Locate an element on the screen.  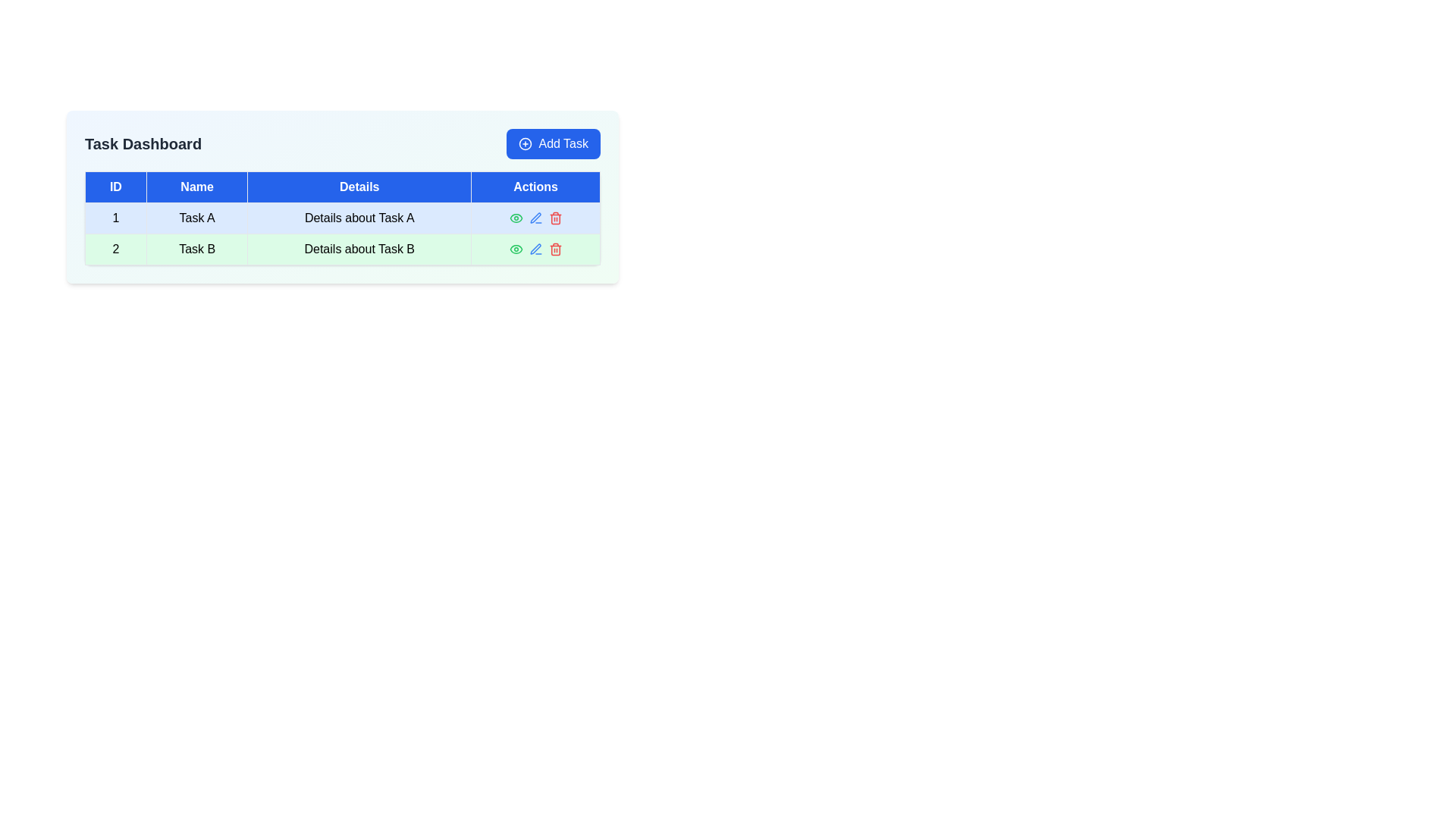
the table cell containing the title 'Task A', which is located in the second cell of the first row of the table, directly following the 'ID' column is located at coordinates (196, 218).